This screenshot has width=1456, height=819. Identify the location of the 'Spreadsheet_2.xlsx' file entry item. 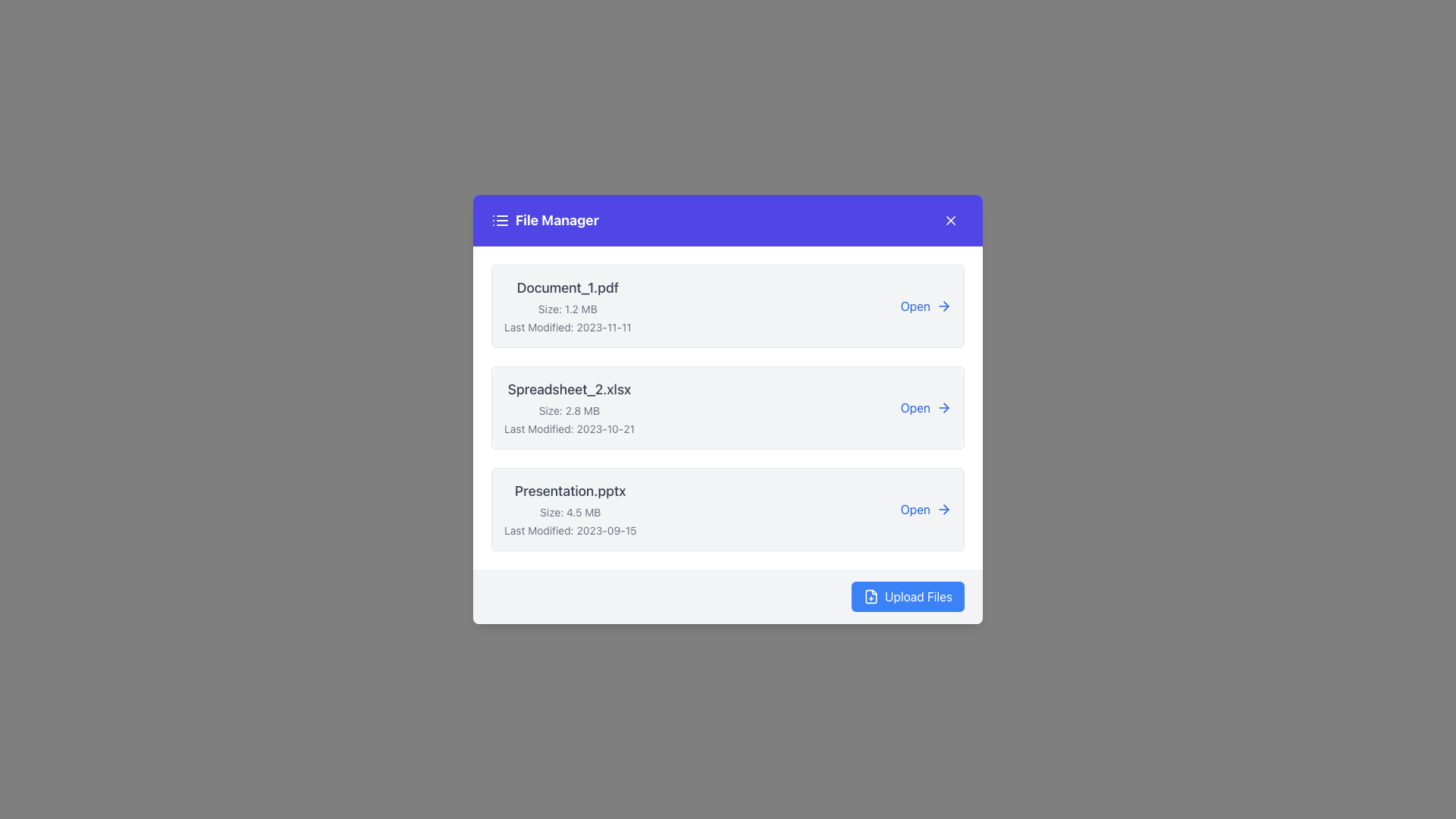
(728, 406).